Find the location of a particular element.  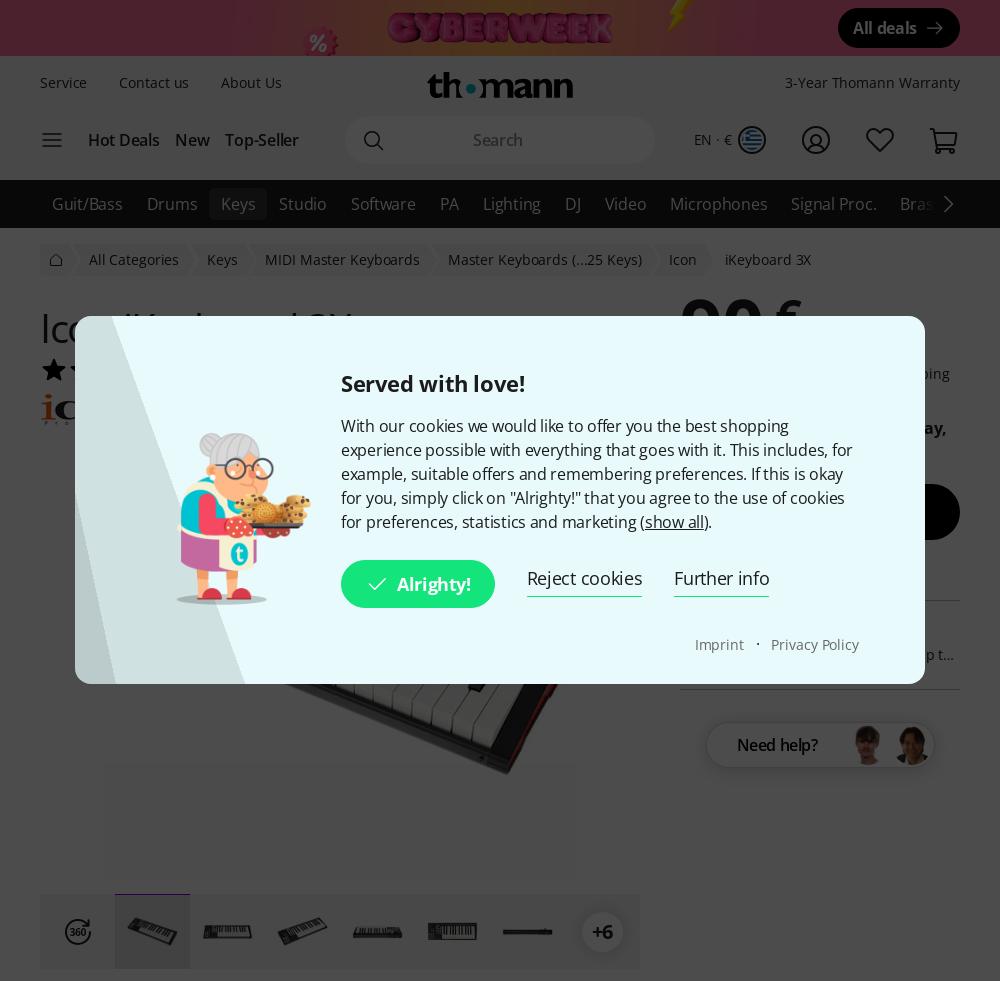

'Icon iKeyboard 3X' is located at coordinates (194, 326).